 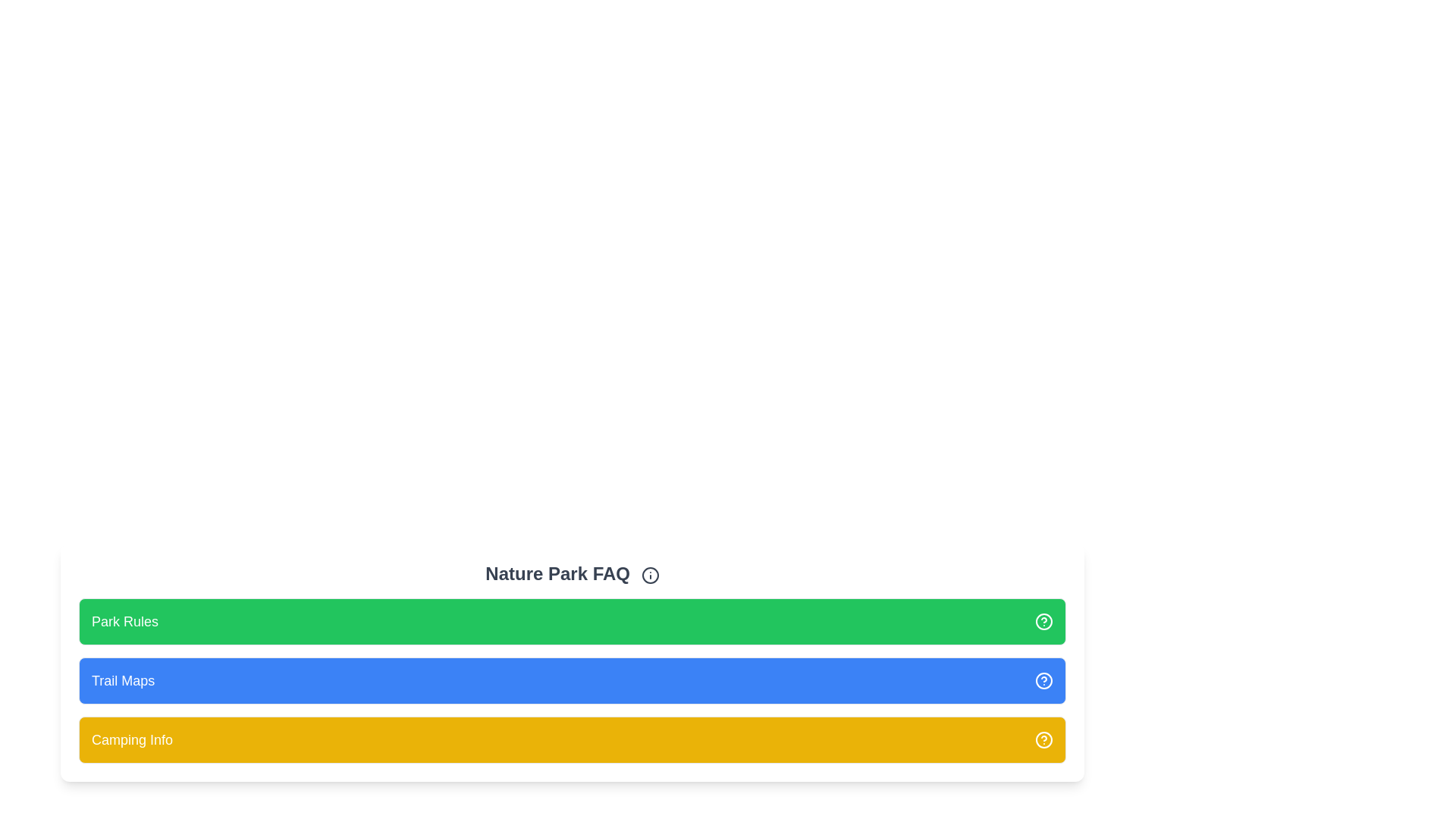 What do you see at coordinates (1043, 680) in the screenshot?
I see `the help icon located at the far-right side of the blue-colored bar labeled 'Trail Maps', which provides additional information related to the topic` at bounding box center [1043, 680].